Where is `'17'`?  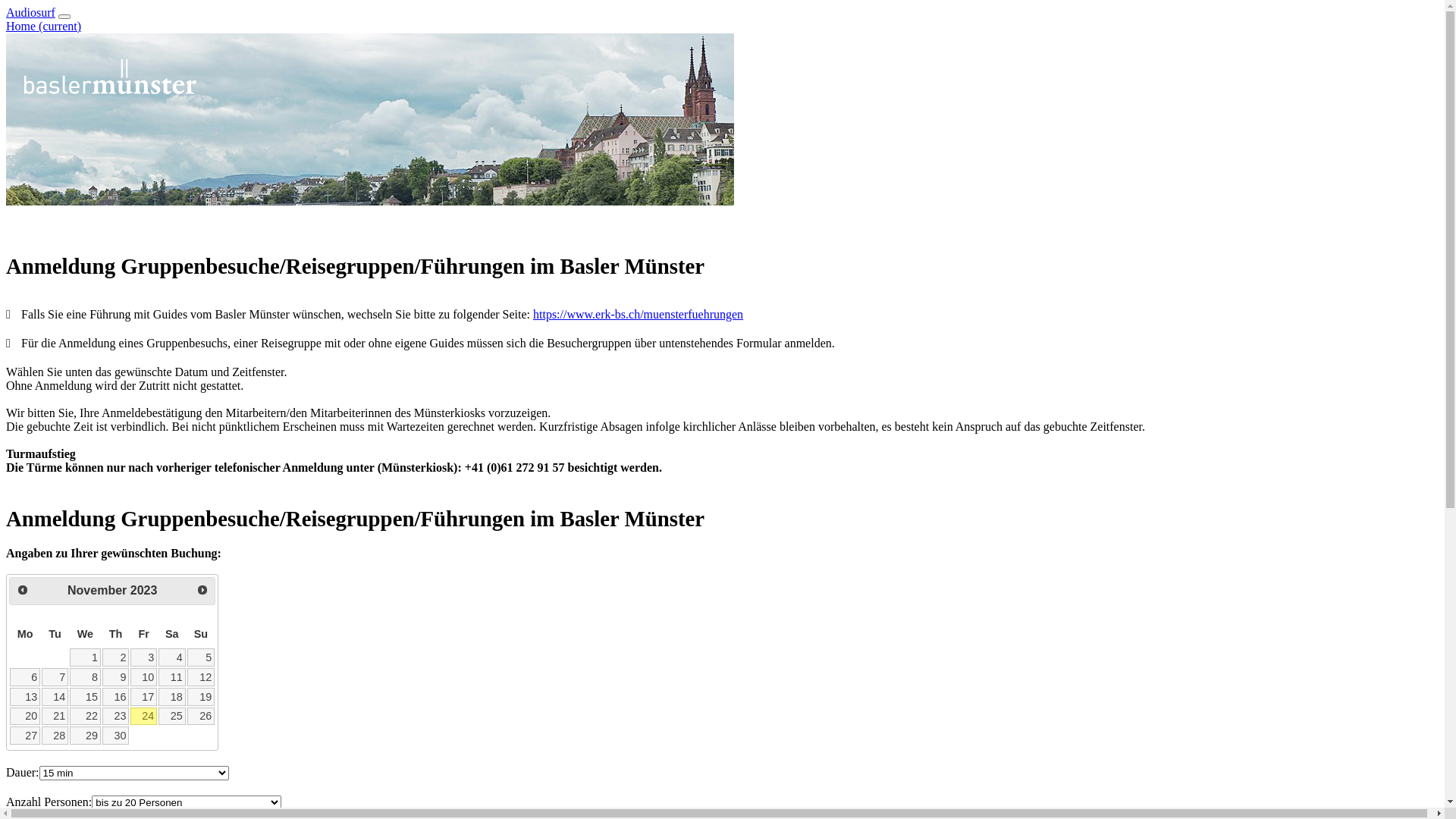
'17' is located at coordinates (143, 696).